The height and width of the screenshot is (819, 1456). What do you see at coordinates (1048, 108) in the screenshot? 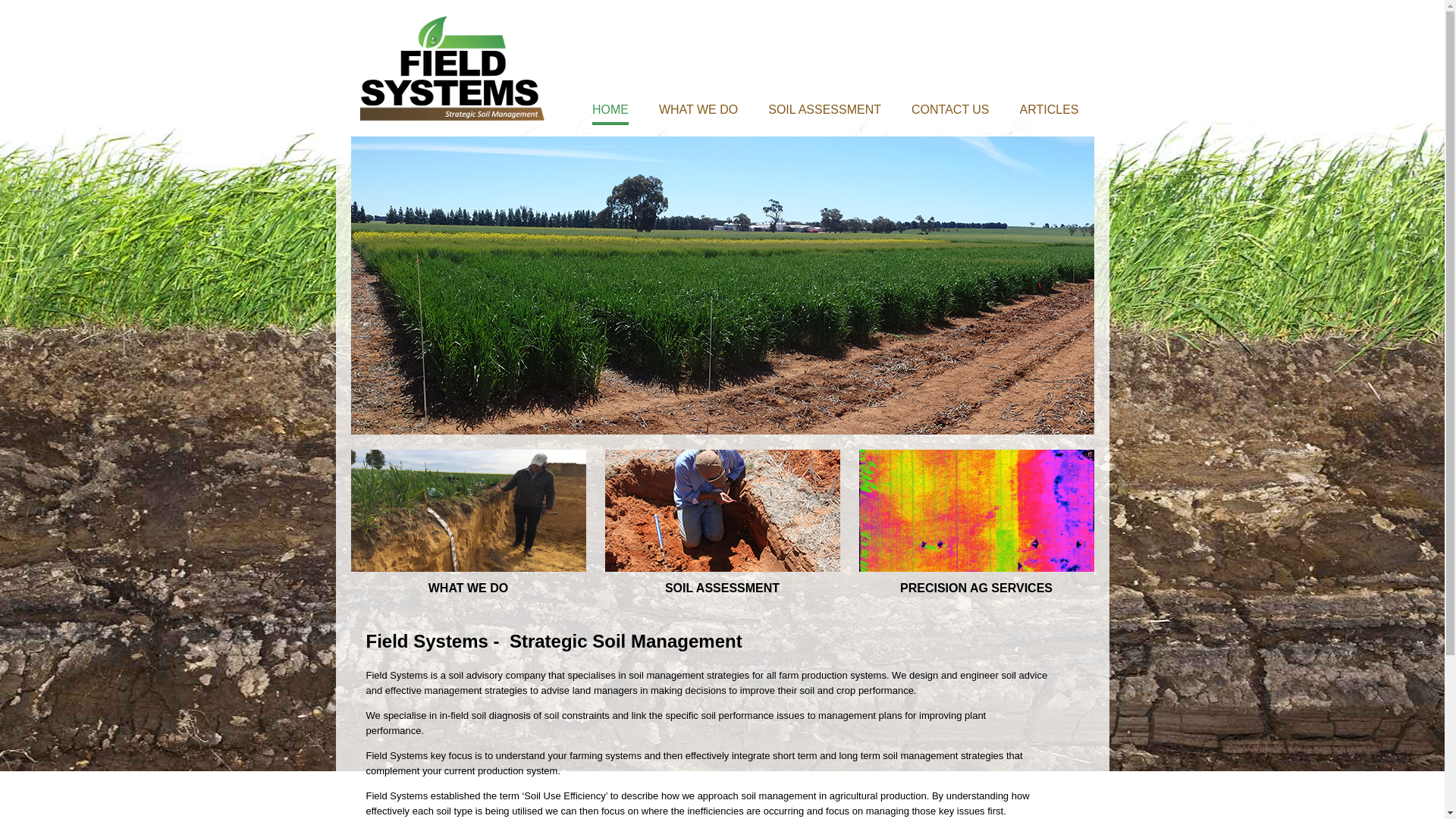
I see `'ARTICLES'` at bounding box center [1048, 108].